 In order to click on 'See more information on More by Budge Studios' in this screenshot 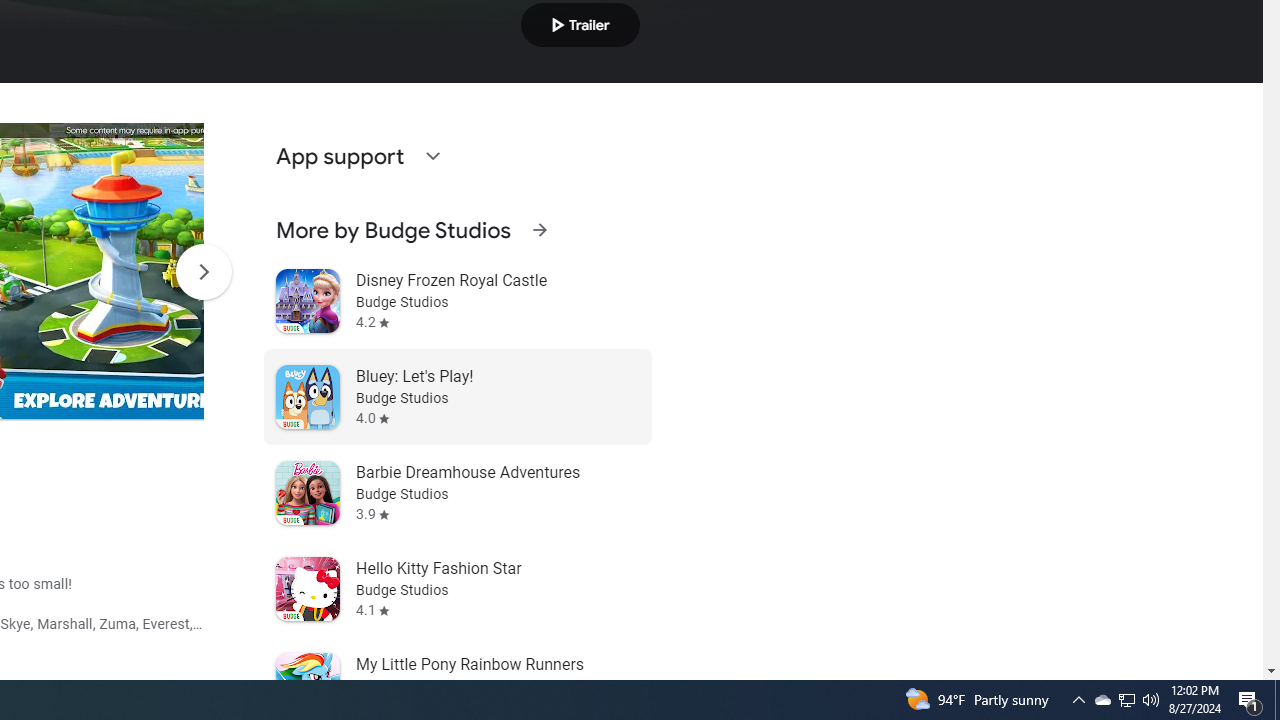, I will do `click(539, 229)`.